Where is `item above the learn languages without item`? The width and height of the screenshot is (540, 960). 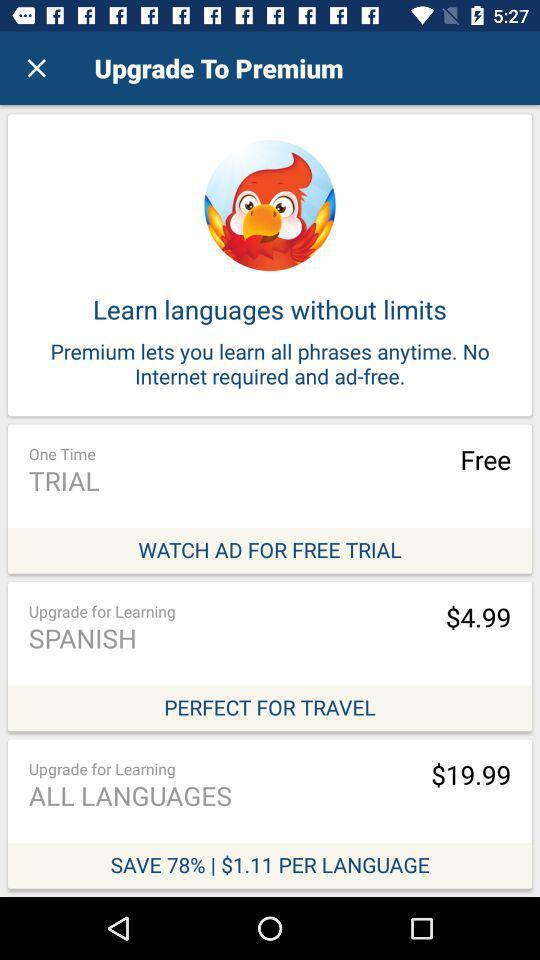 item above the learn languages without item is located at coordinates (36, 68).